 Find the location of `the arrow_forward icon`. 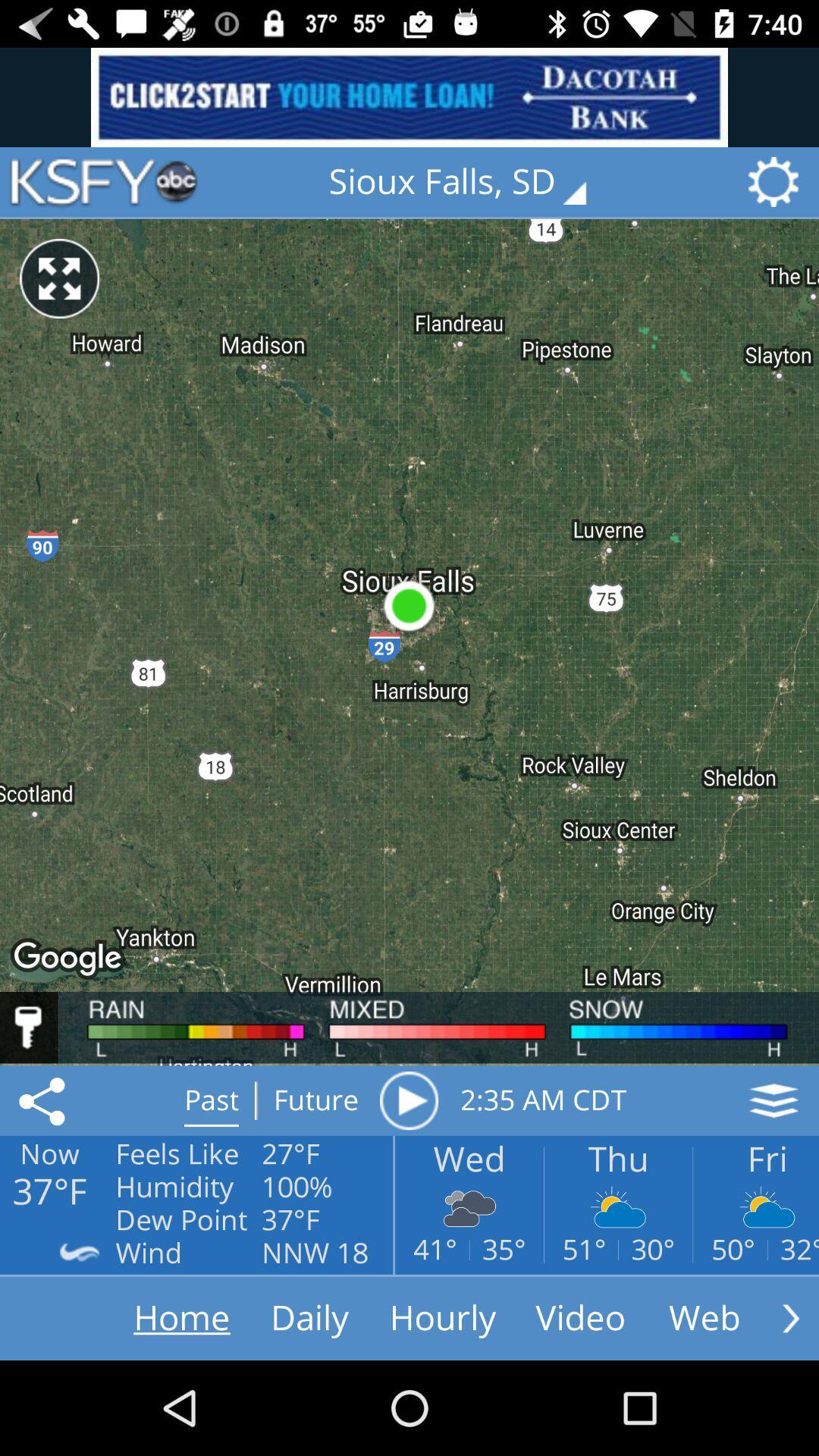

the arrow_forward icon is located at coordinates (790, 1317).